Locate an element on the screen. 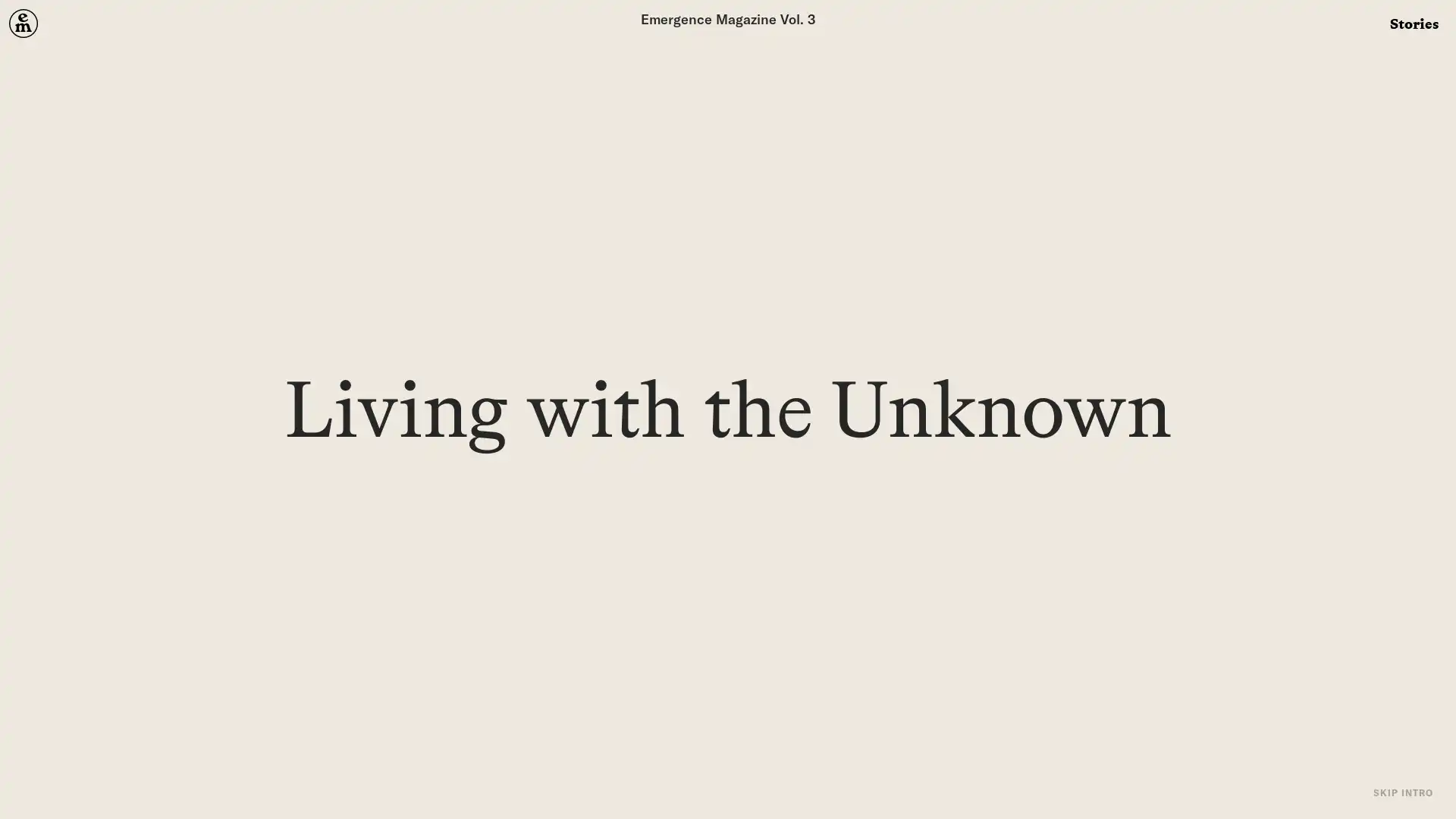 The height and width of the screenshot is (819, 1456). Stories is located at coordinates (1414, 23).